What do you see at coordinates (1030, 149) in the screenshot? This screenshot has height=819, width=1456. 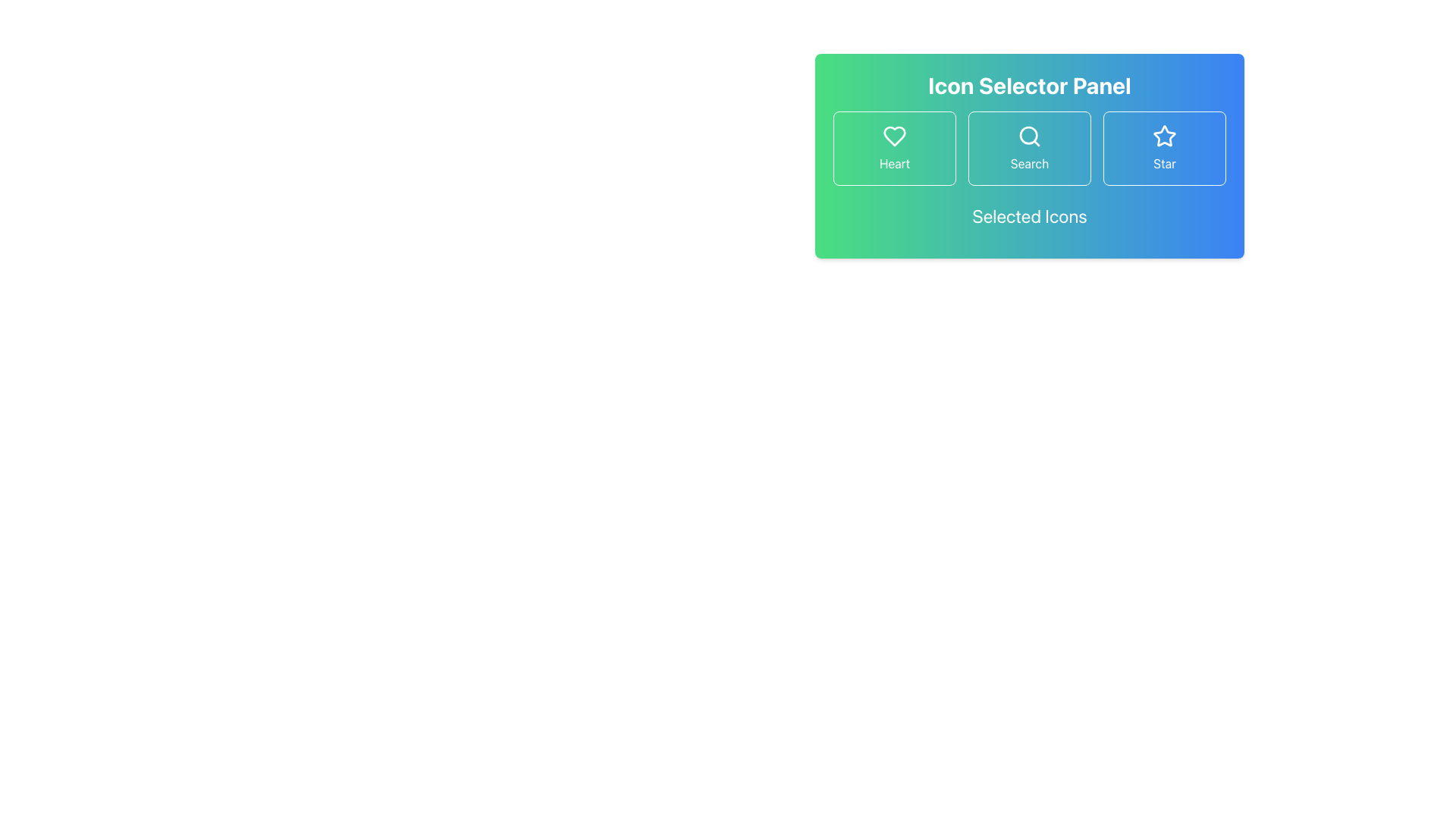 I see `the center button in the horizontal grid layout to observe the hover effect` at bounding box center [1030, 149].